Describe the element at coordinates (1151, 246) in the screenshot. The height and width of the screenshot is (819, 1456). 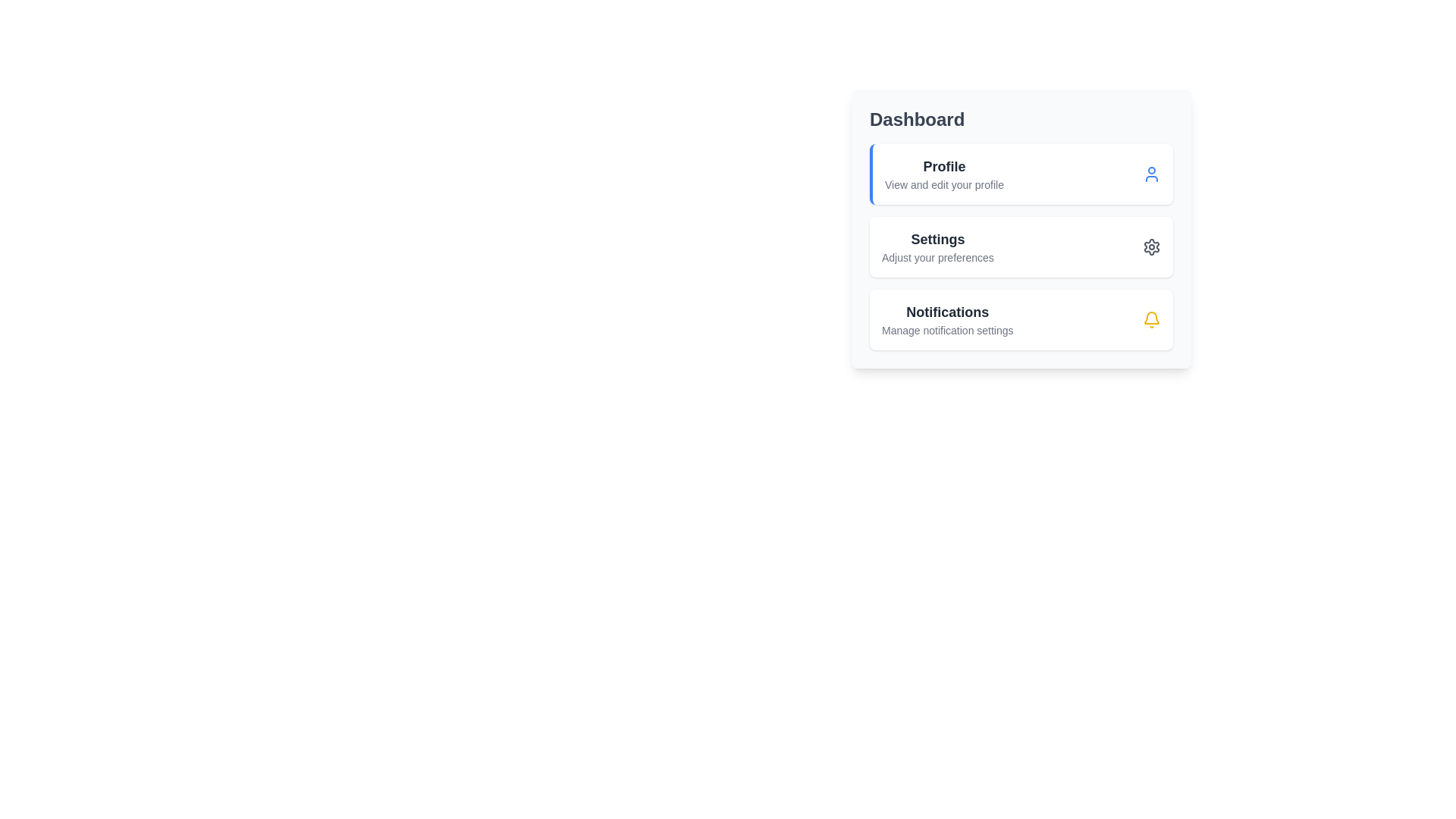
I see `the gear icon, which symbolizes settings` at that location.